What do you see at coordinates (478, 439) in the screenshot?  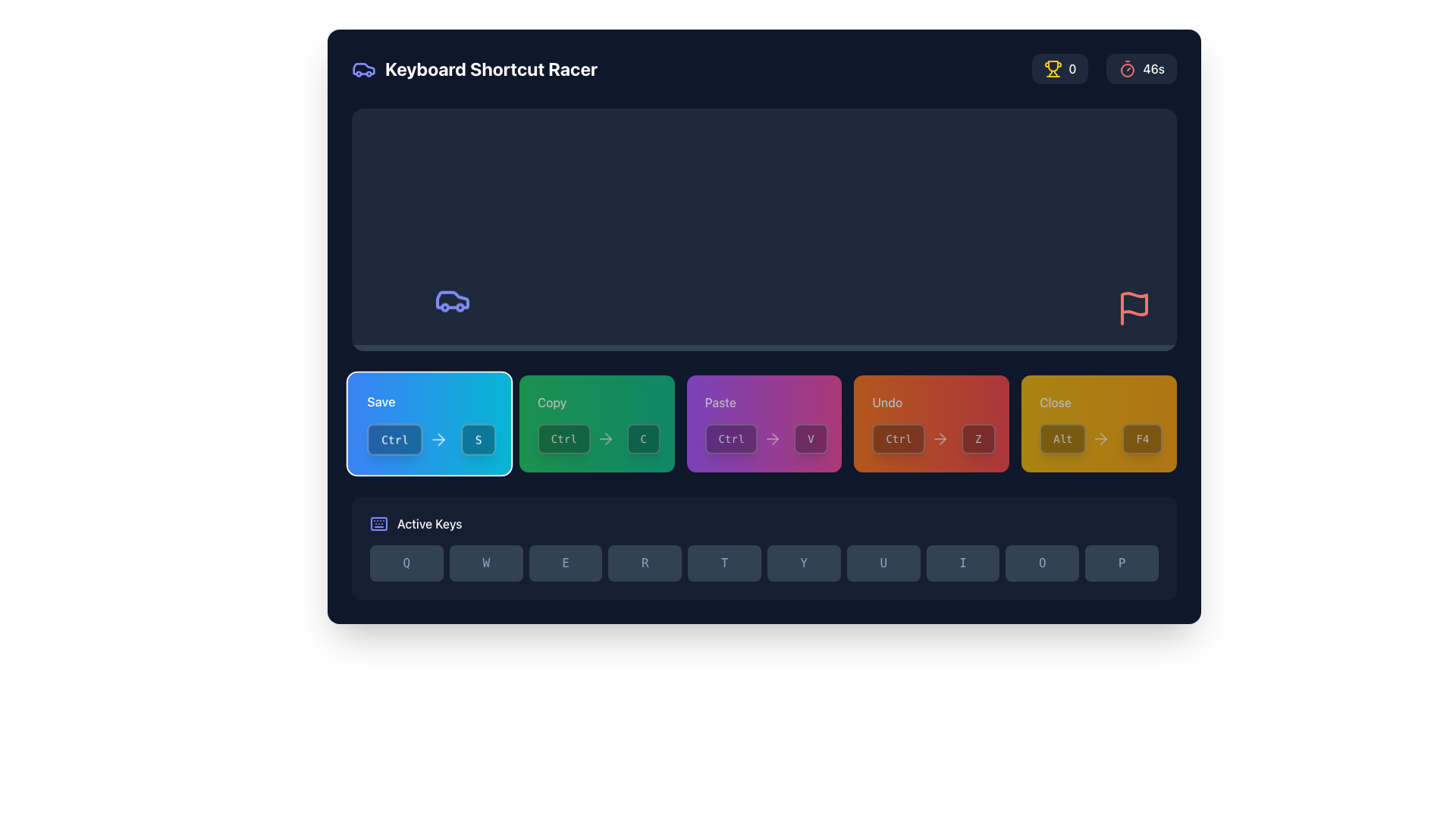 I see `the 'S' key representation in the keyboard shortcut 'Ctrl + S' for saving files` at bounding box center [478, 439].